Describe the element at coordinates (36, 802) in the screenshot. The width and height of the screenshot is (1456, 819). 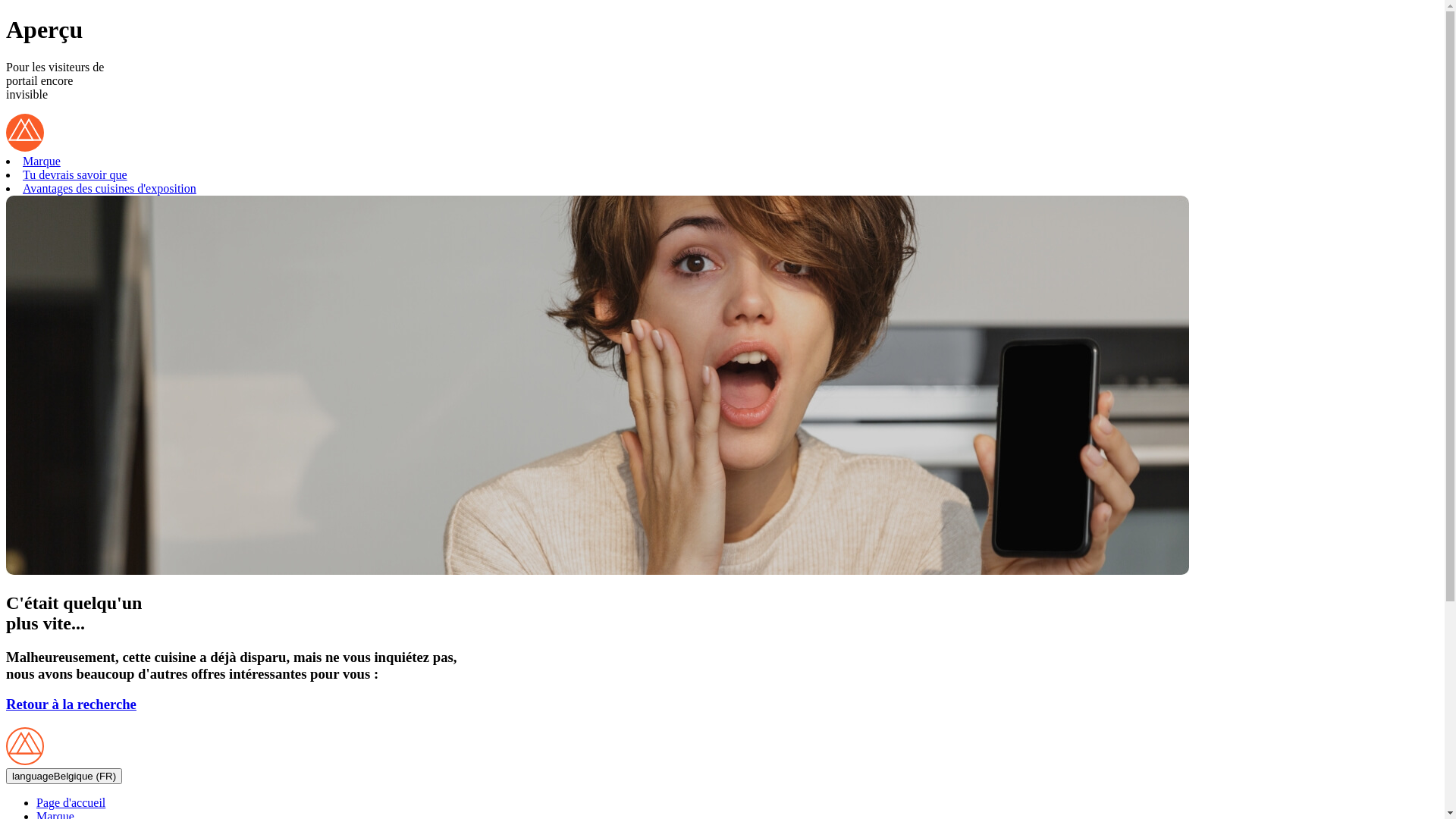
I see `'Page d'accueil'` at that location.